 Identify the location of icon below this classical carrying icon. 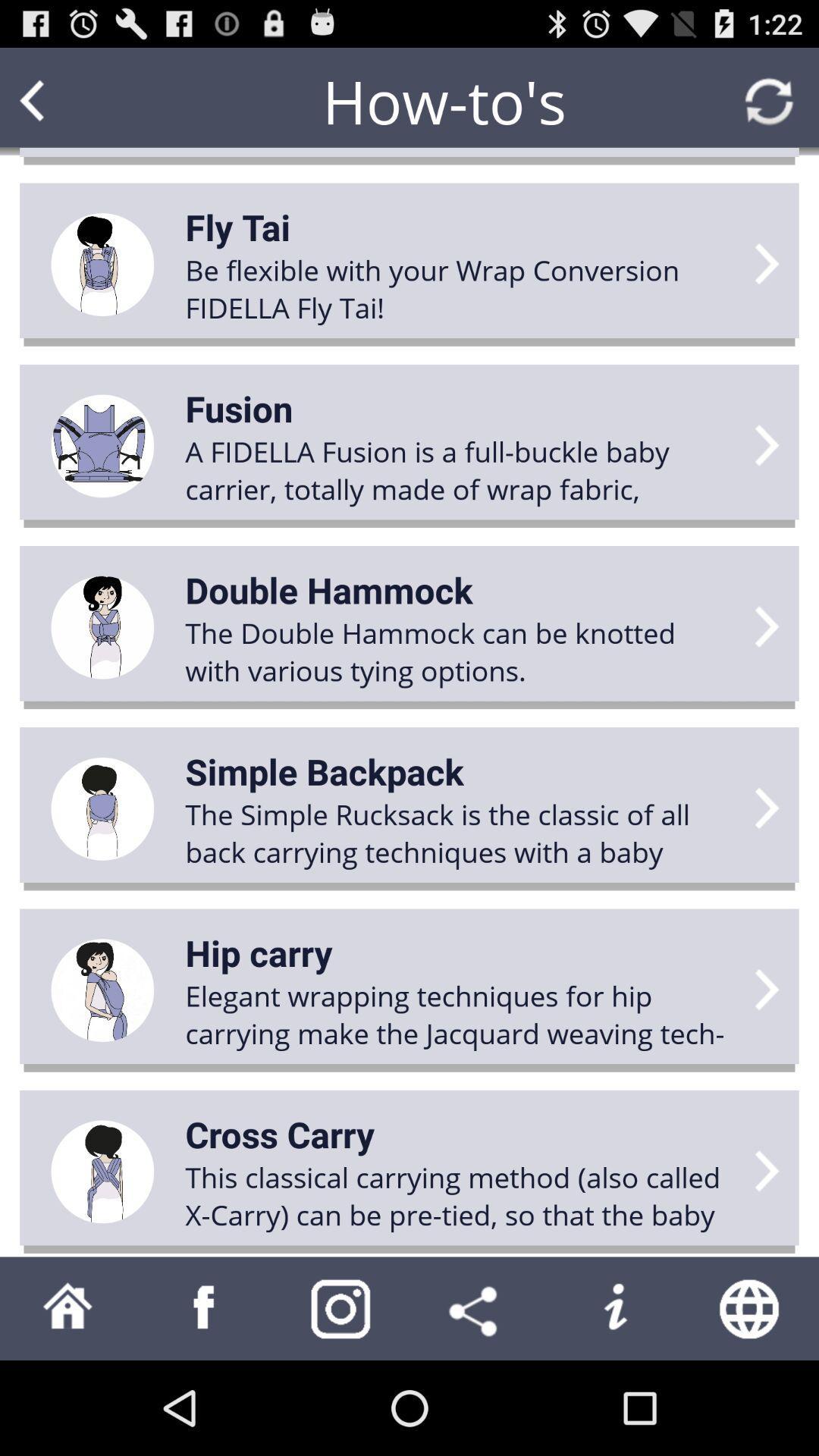
(476, 1307).